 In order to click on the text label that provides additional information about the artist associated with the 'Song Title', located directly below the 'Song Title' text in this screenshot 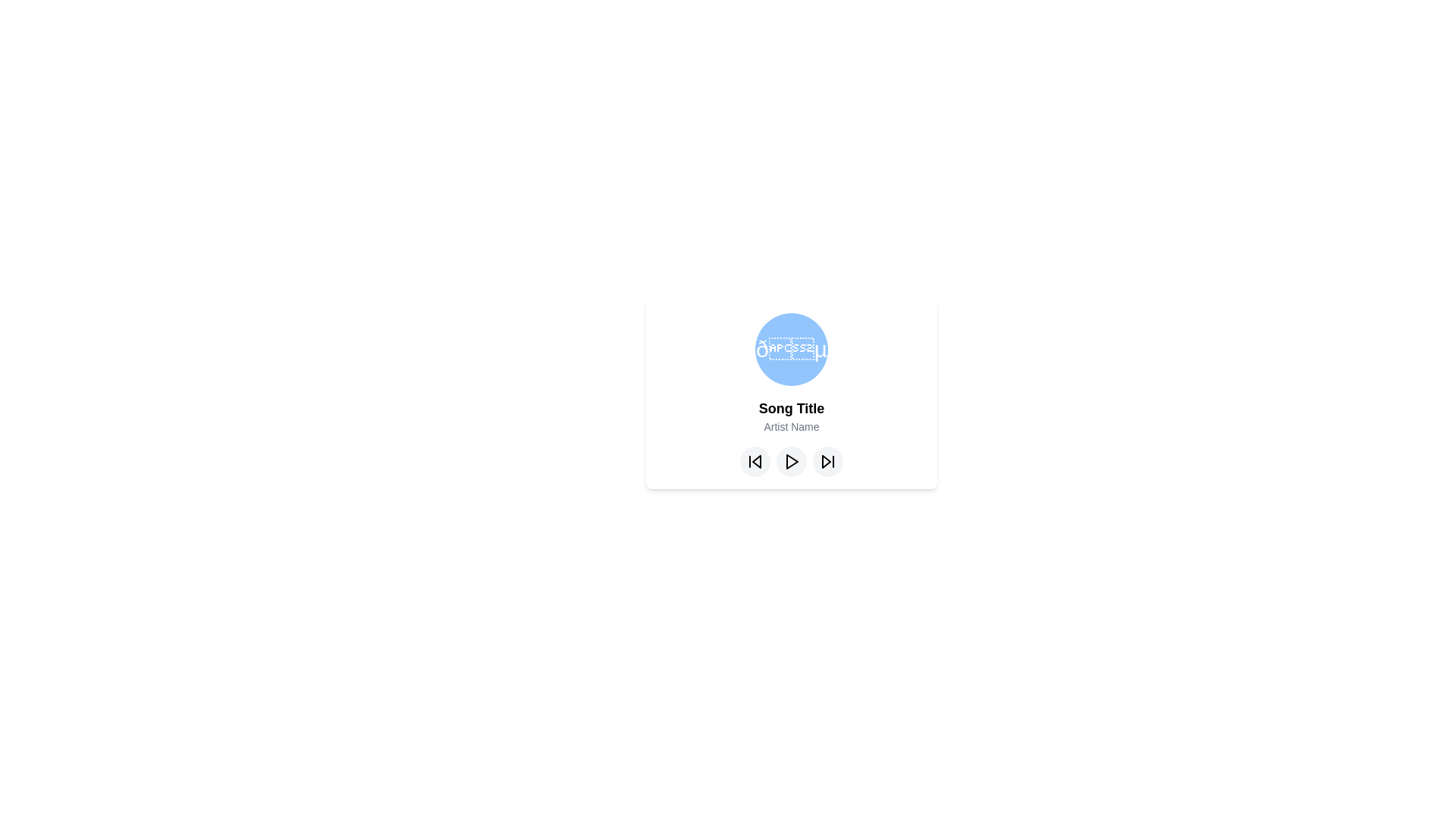, I will do `click(790, 427)`.